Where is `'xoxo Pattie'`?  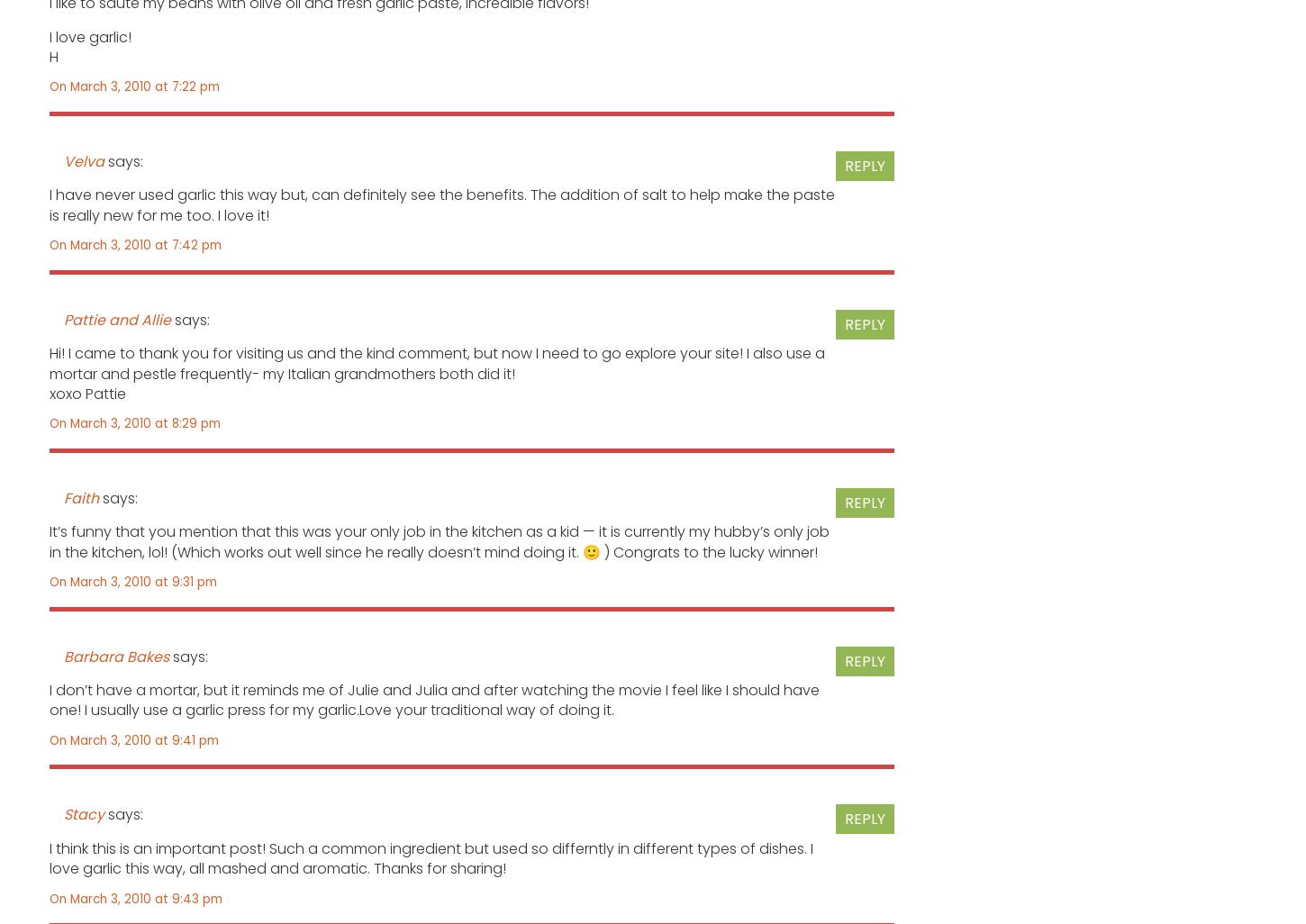
'xoxo Pattie' is located at coordinates (87, 393).